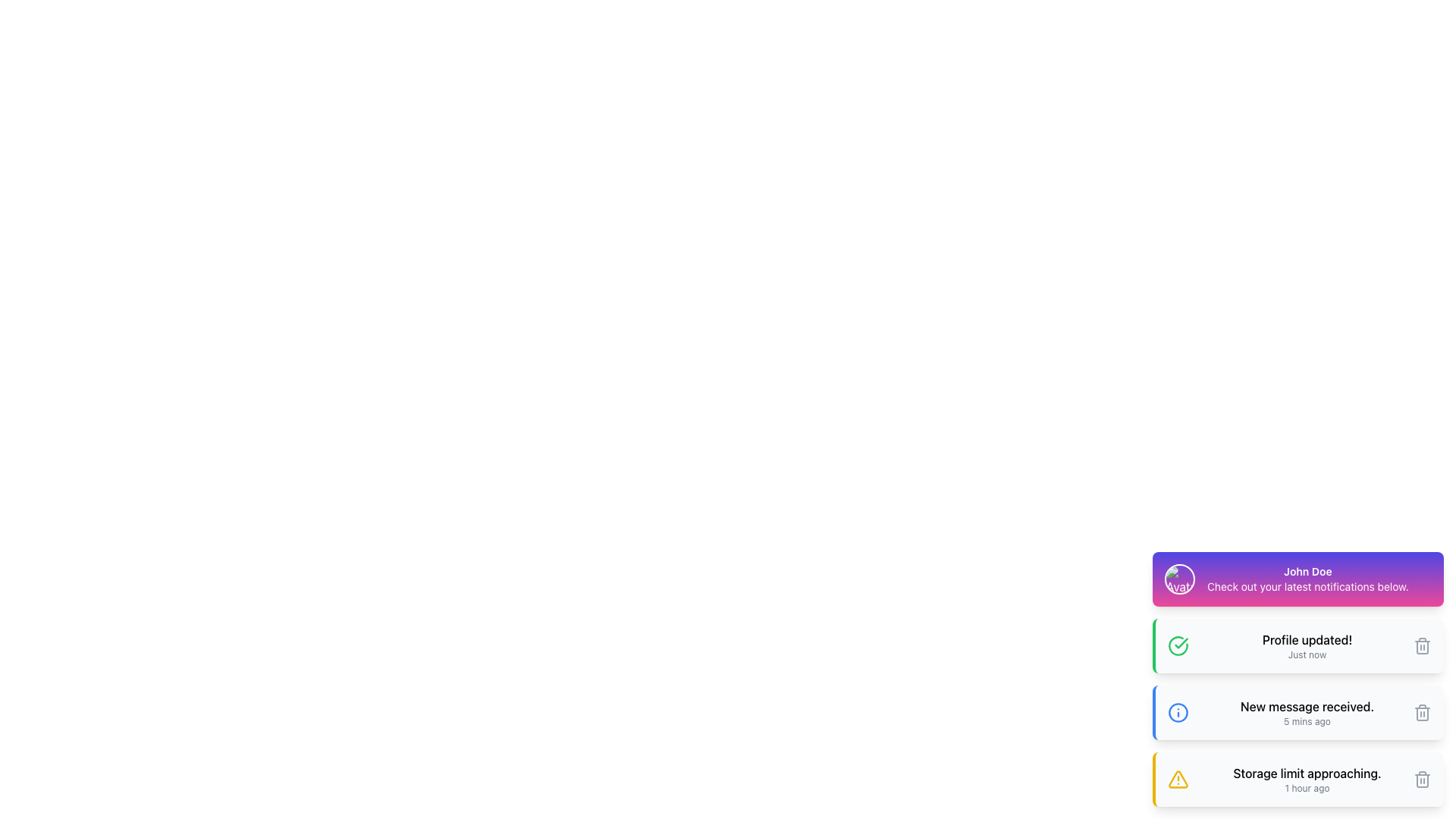 This screenshot has width=1456, height=819. What do you see at coordinates (1422, 647) in the screenshot?
I see `the delete icon associated with the 'Profile updated!' notification, located on the far-right side of the notification item` at bounding box center [1422, 647].